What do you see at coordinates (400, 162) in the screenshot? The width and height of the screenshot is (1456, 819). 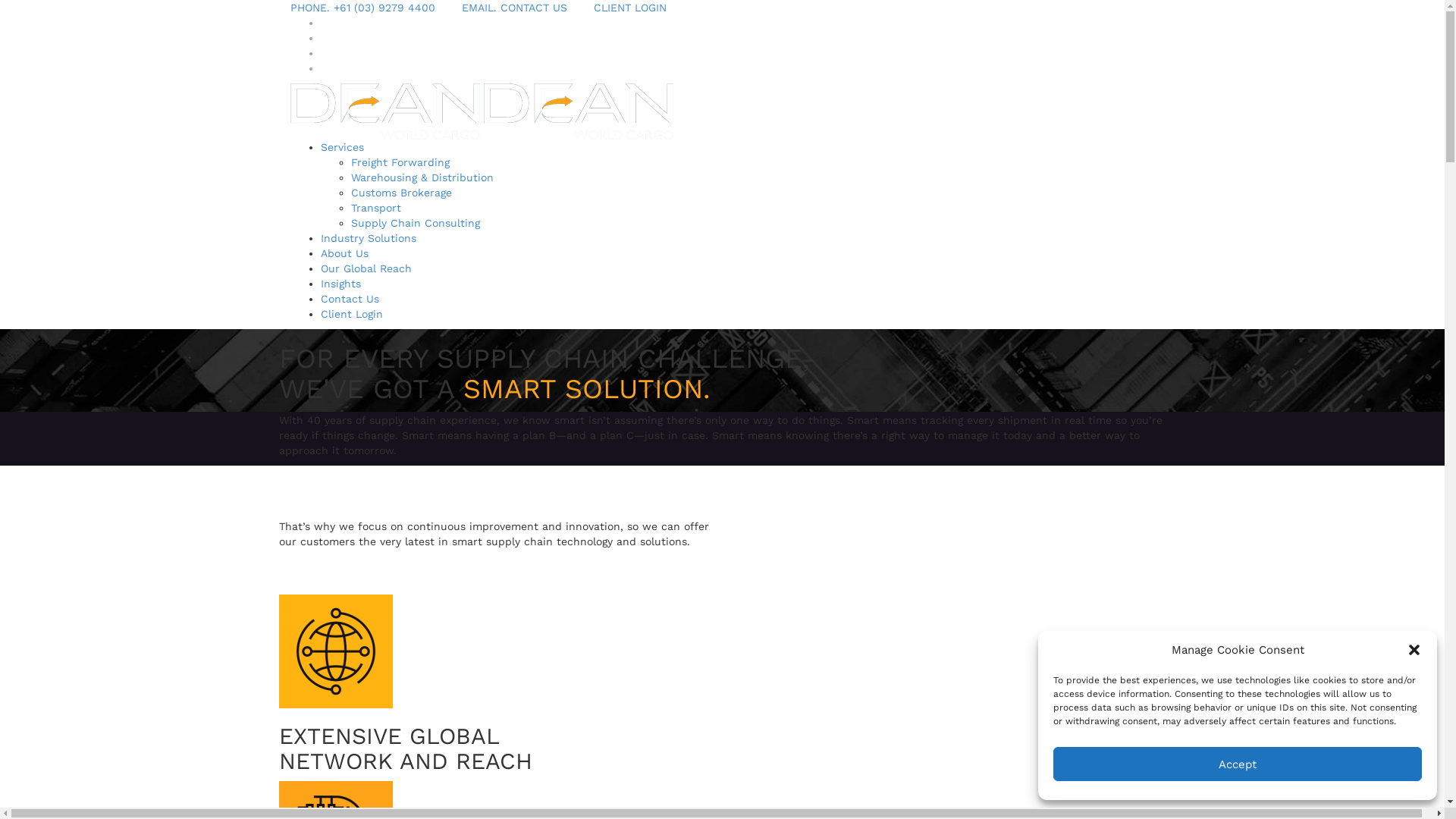 I see `'Freight Forwarding'` at bounding box center [400, 162].